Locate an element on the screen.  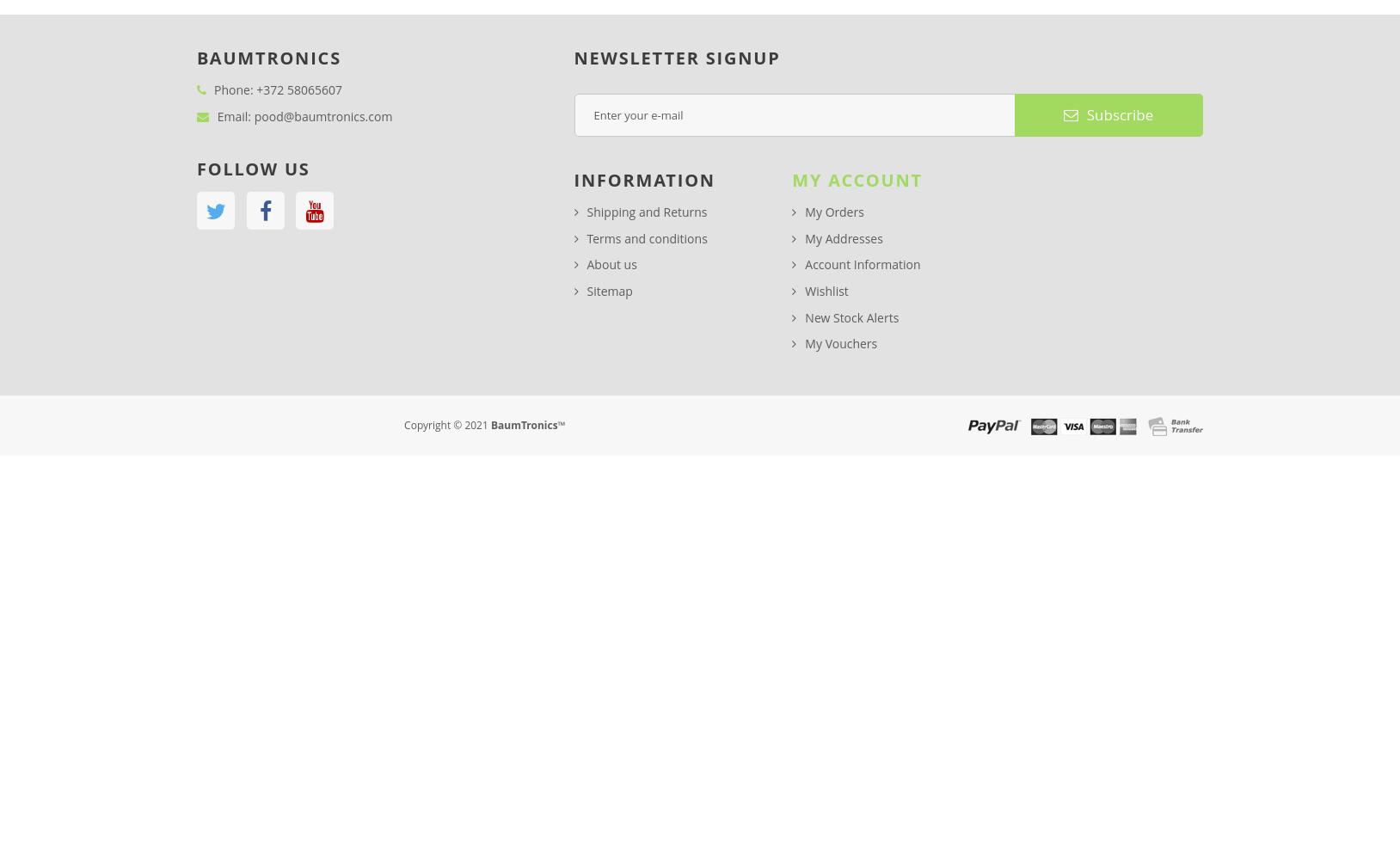
'Phone: +372 58065607' is located at coordinates (277, 88).